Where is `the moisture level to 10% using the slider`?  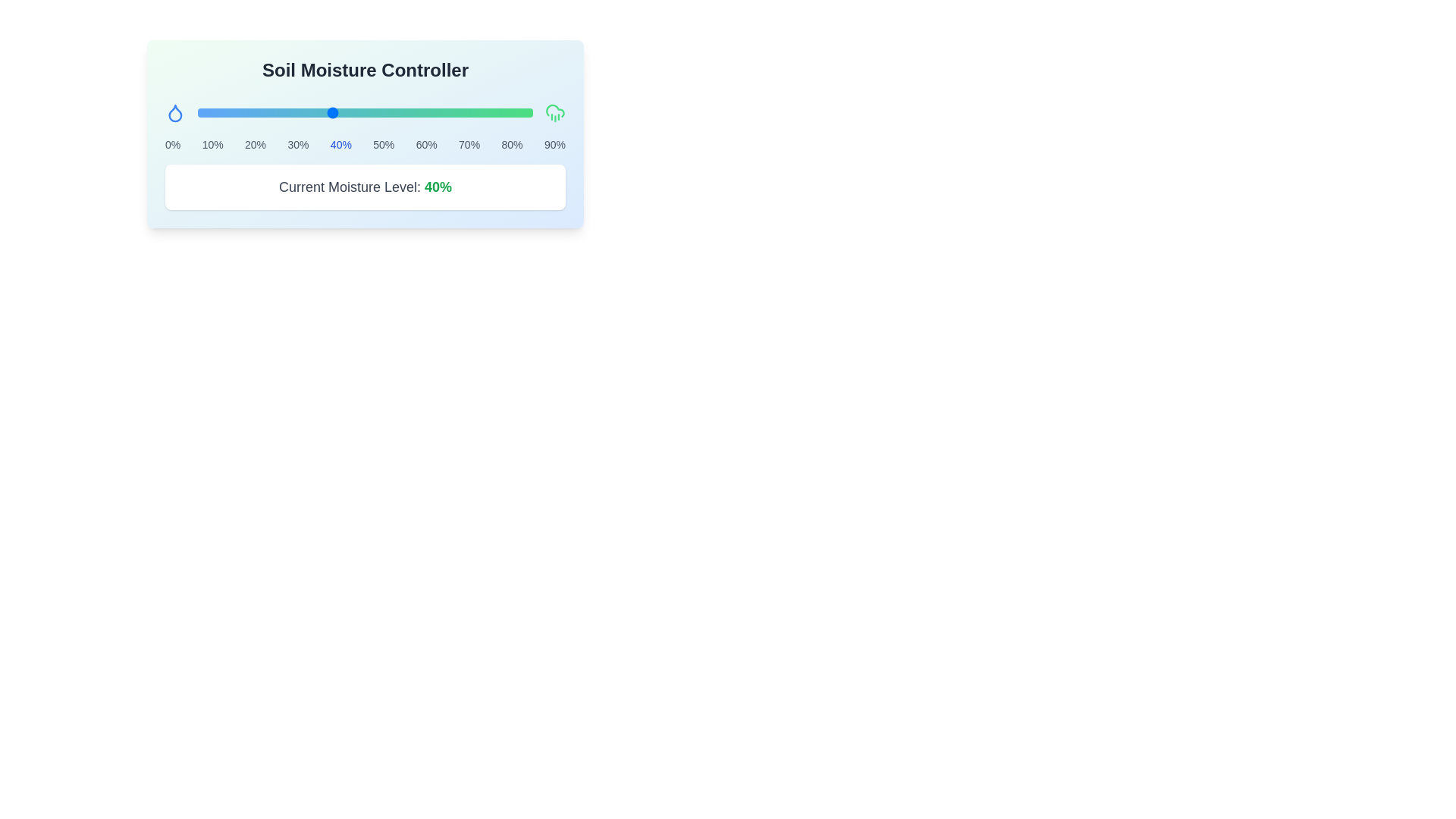
the moisture level to 10% using the slider is located at coordinates (231, 112).